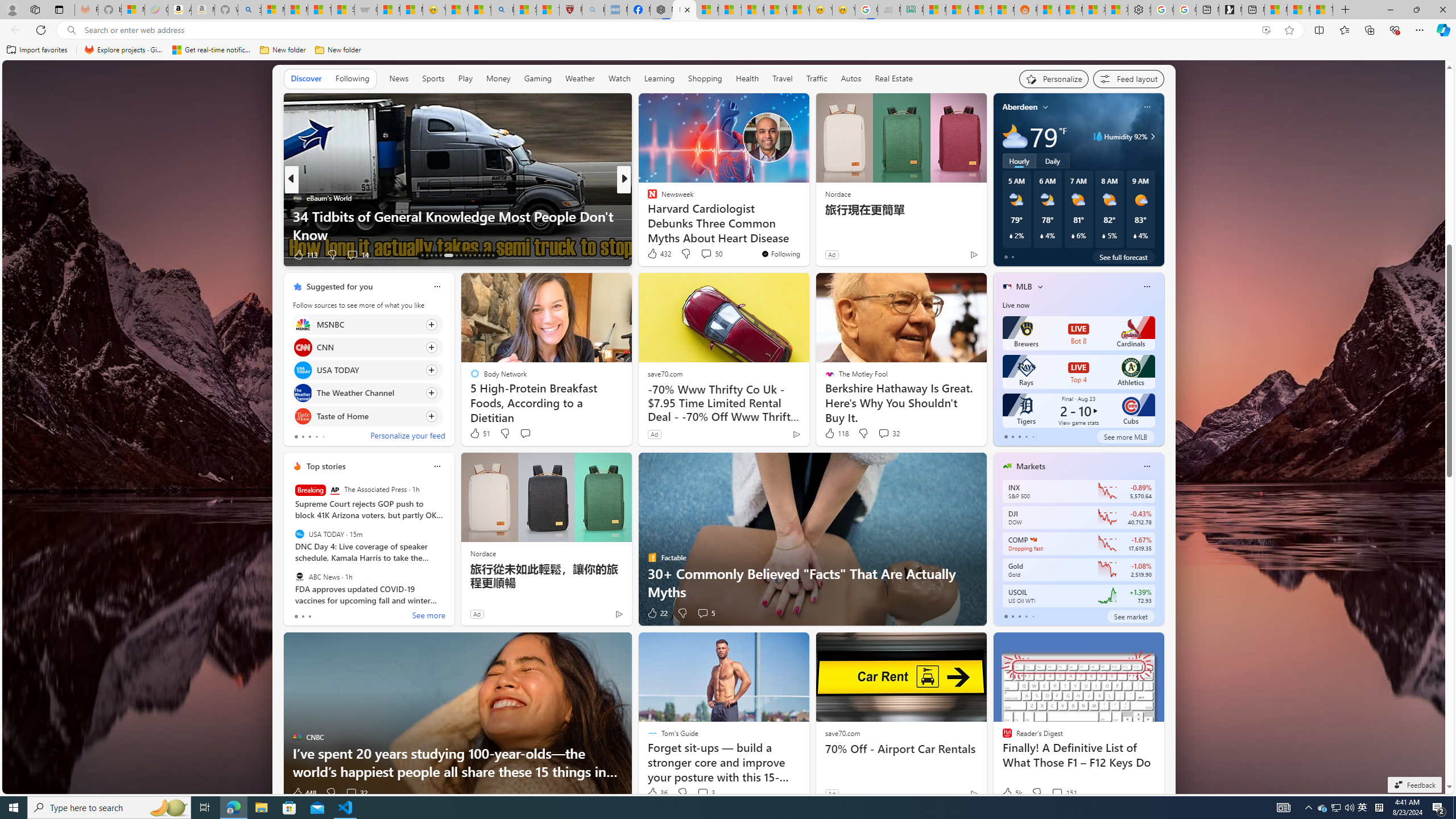  I want to click on '328 Like', so click(655, 254).